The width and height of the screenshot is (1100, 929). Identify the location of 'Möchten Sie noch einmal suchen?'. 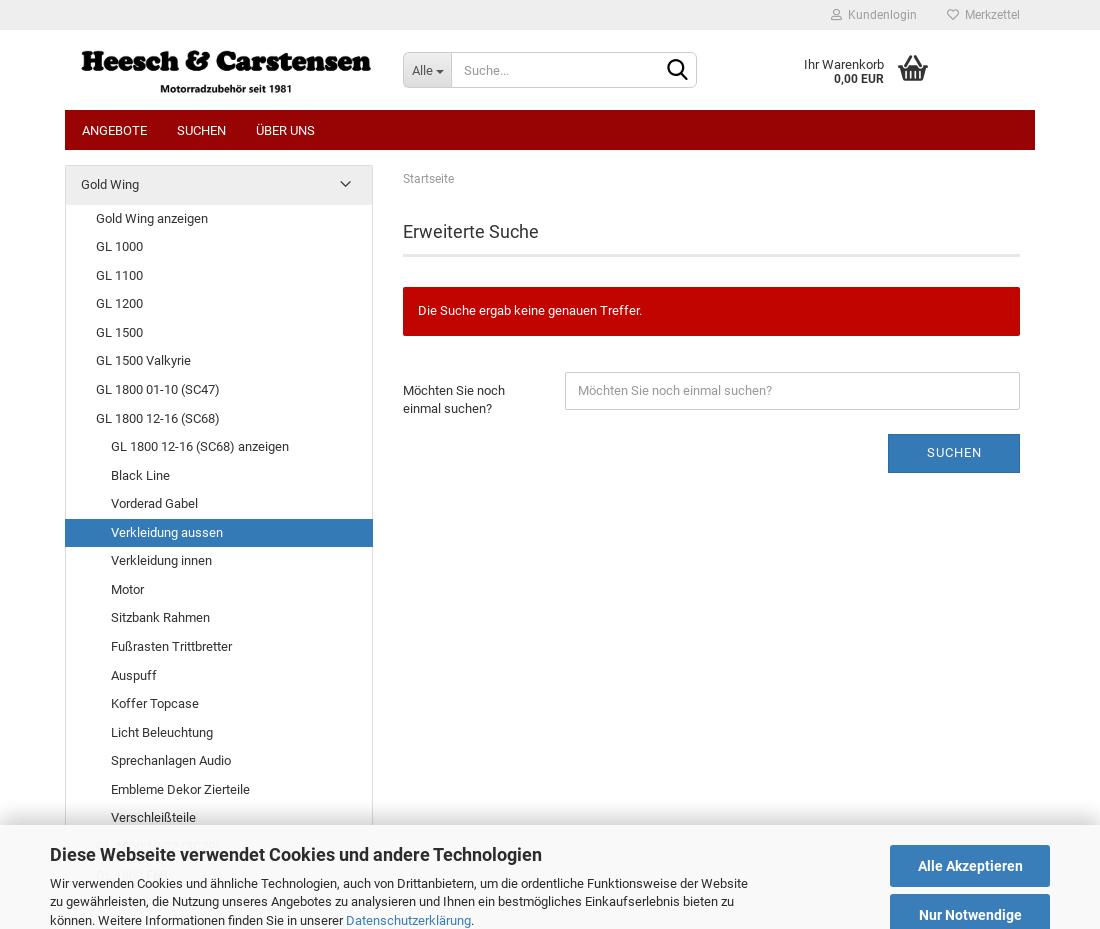
(403, 398).